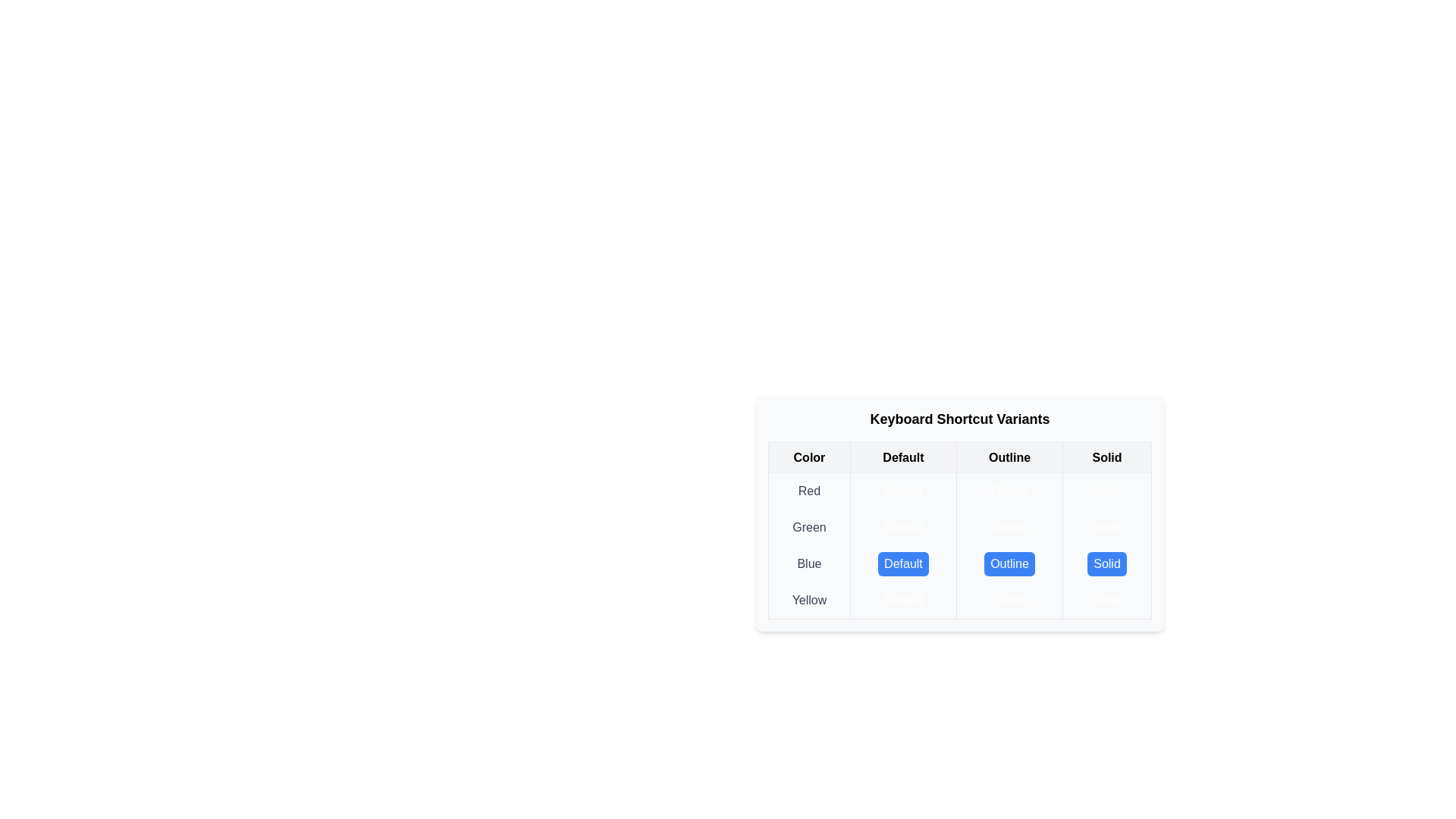  I want to click on the 'Default' button in the third row under the 'Default' column of the 'Keyboard Shortcut Variants' table to apply the default option for the 'Blue' category, so click(902, 564).